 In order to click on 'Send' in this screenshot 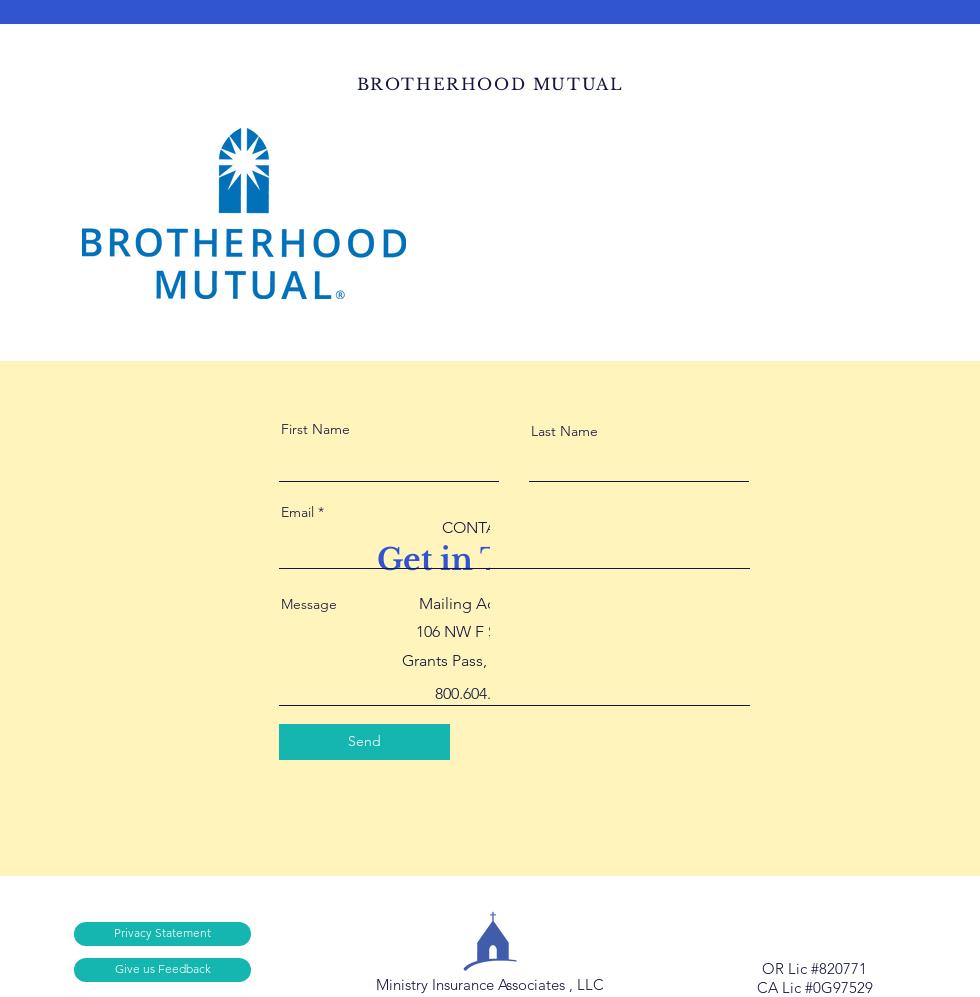, I will do `click(364, 740)`.